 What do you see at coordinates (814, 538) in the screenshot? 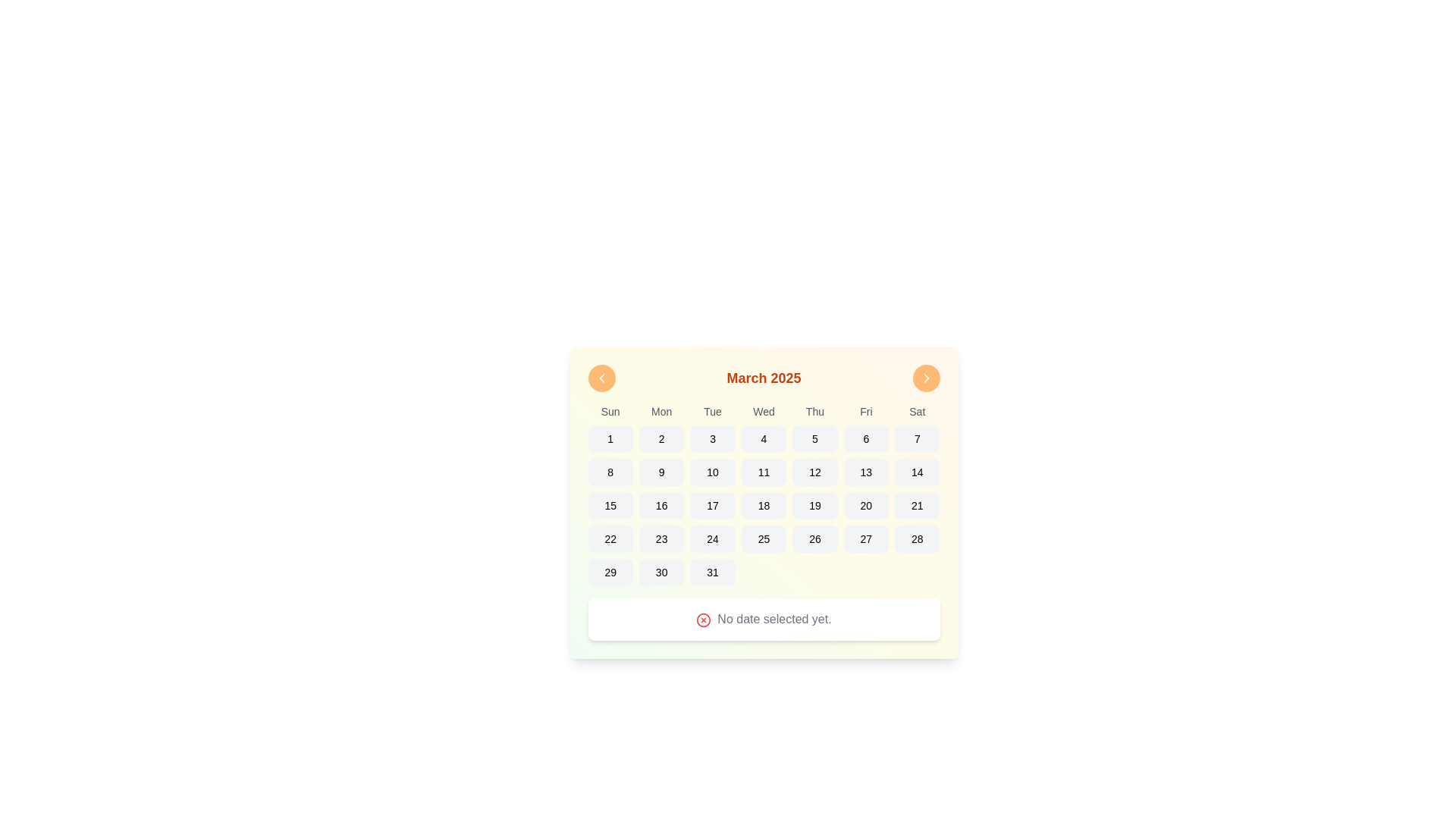
I see `the button displaying '26' in a calendar grid layout` at bounding box center [814, 538].